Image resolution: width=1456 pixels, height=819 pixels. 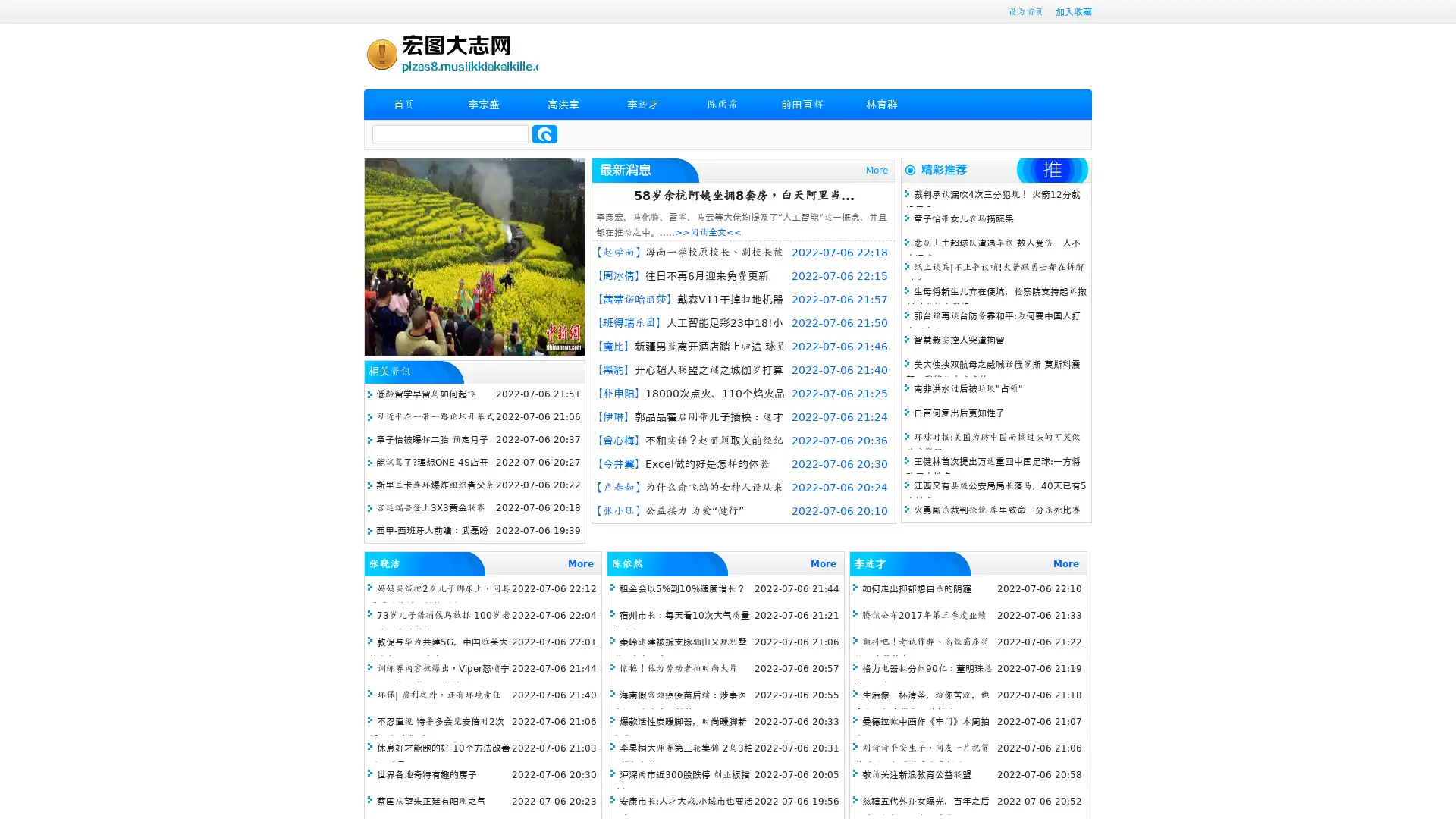 What do you see at coordinates (544, 133) in the screenshot?
I see `Search` at bounding box center [544, 133].